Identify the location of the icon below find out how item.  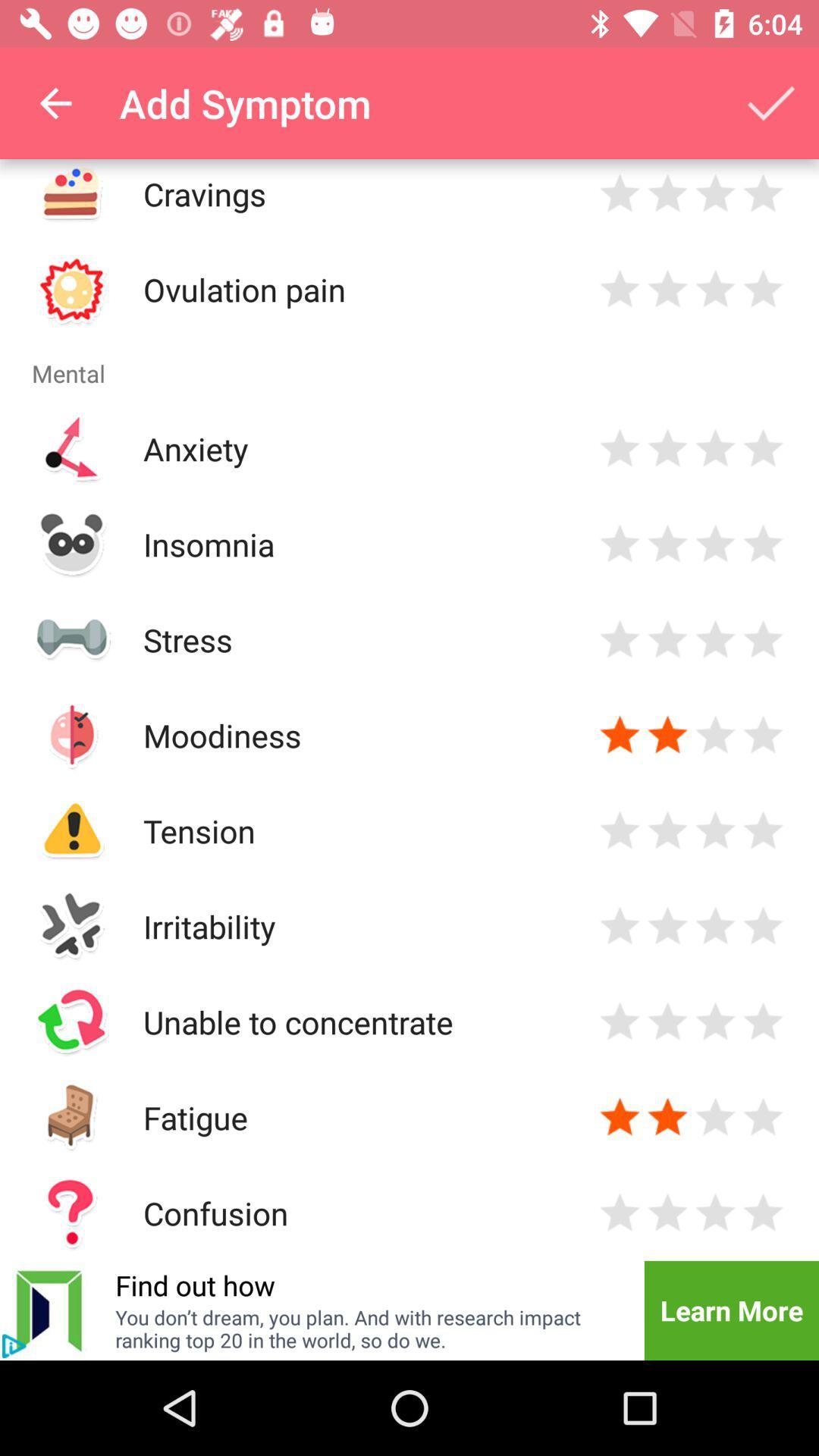
(369, 1328).